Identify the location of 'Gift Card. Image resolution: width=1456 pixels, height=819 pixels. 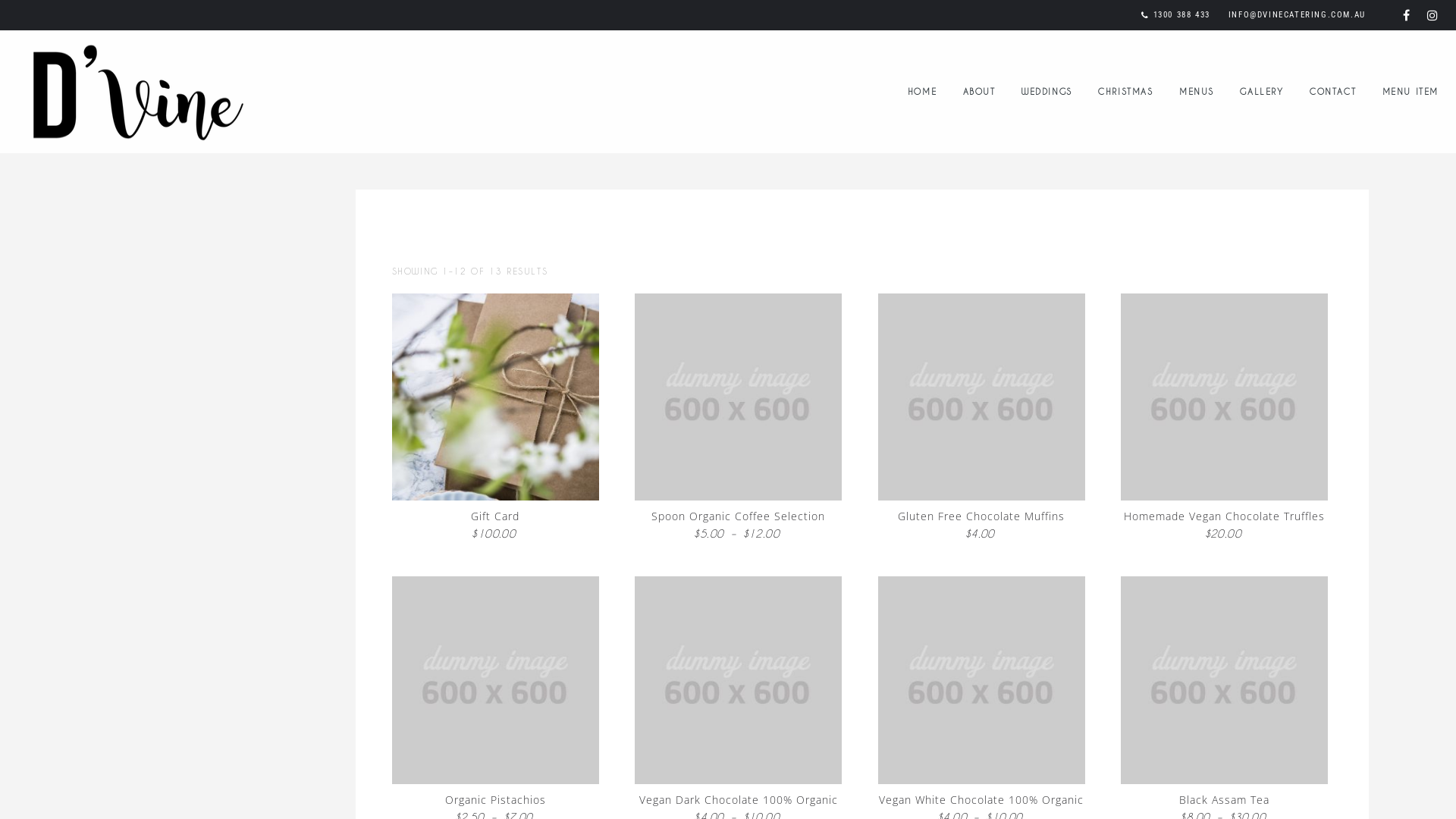
(494, 419).